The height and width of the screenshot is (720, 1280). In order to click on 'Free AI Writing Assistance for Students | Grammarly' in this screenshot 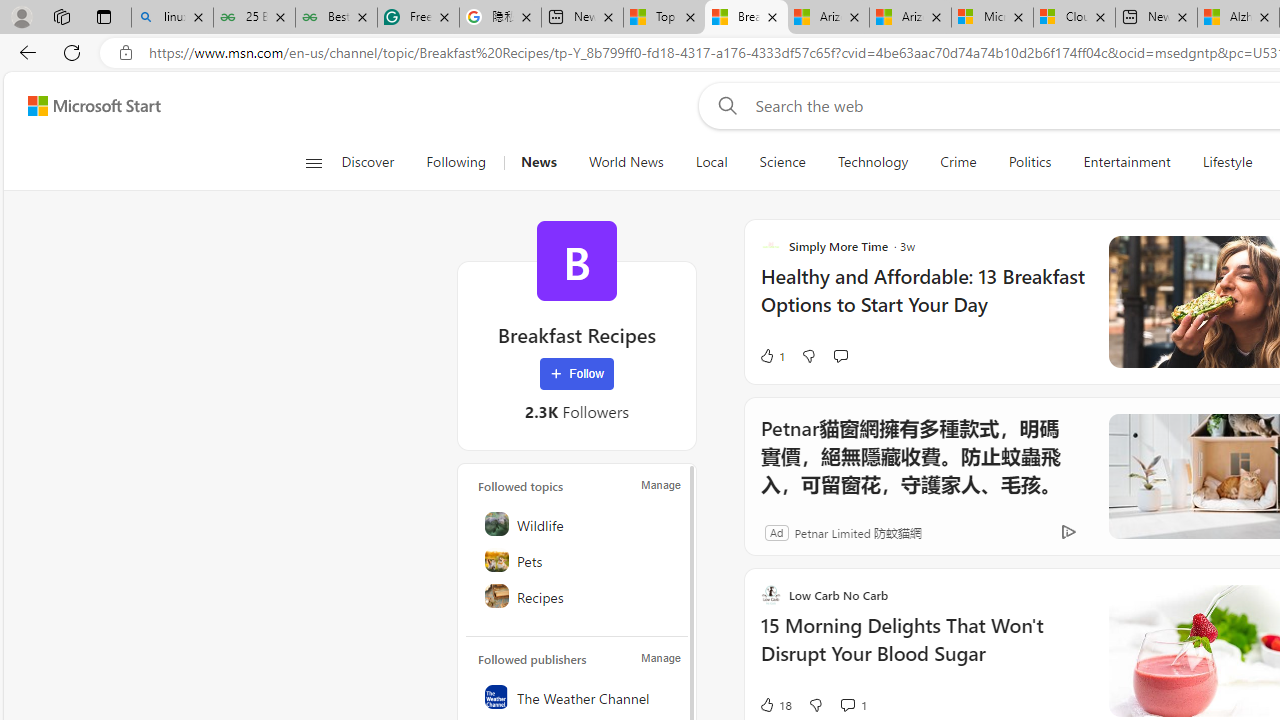, I will do `click(417, 17)`.